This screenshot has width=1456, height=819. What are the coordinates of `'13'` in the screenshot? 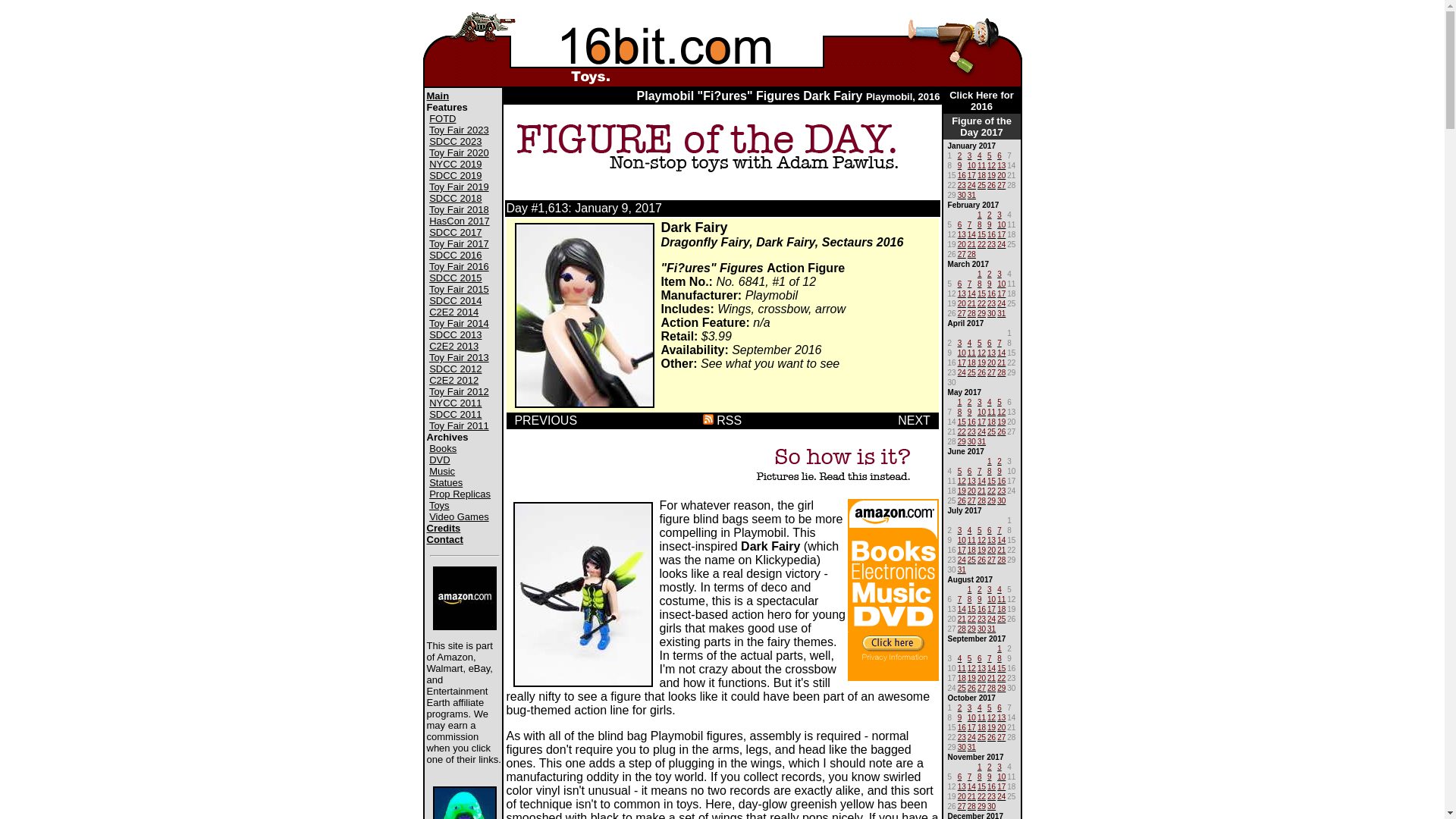 It's located at (961, 292).